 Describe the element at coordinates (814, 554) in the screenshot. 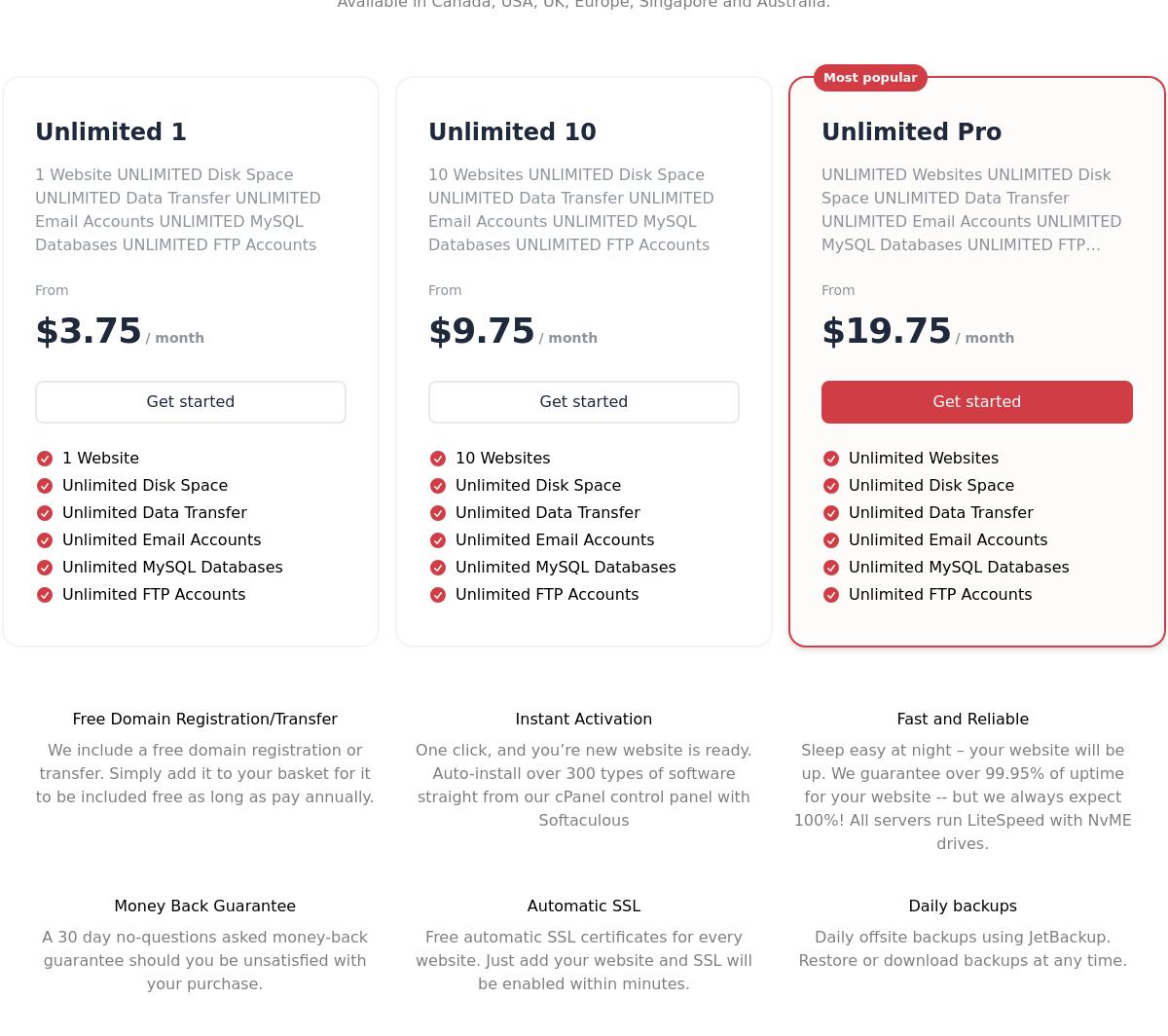

I see `'Company Details'` at that location.